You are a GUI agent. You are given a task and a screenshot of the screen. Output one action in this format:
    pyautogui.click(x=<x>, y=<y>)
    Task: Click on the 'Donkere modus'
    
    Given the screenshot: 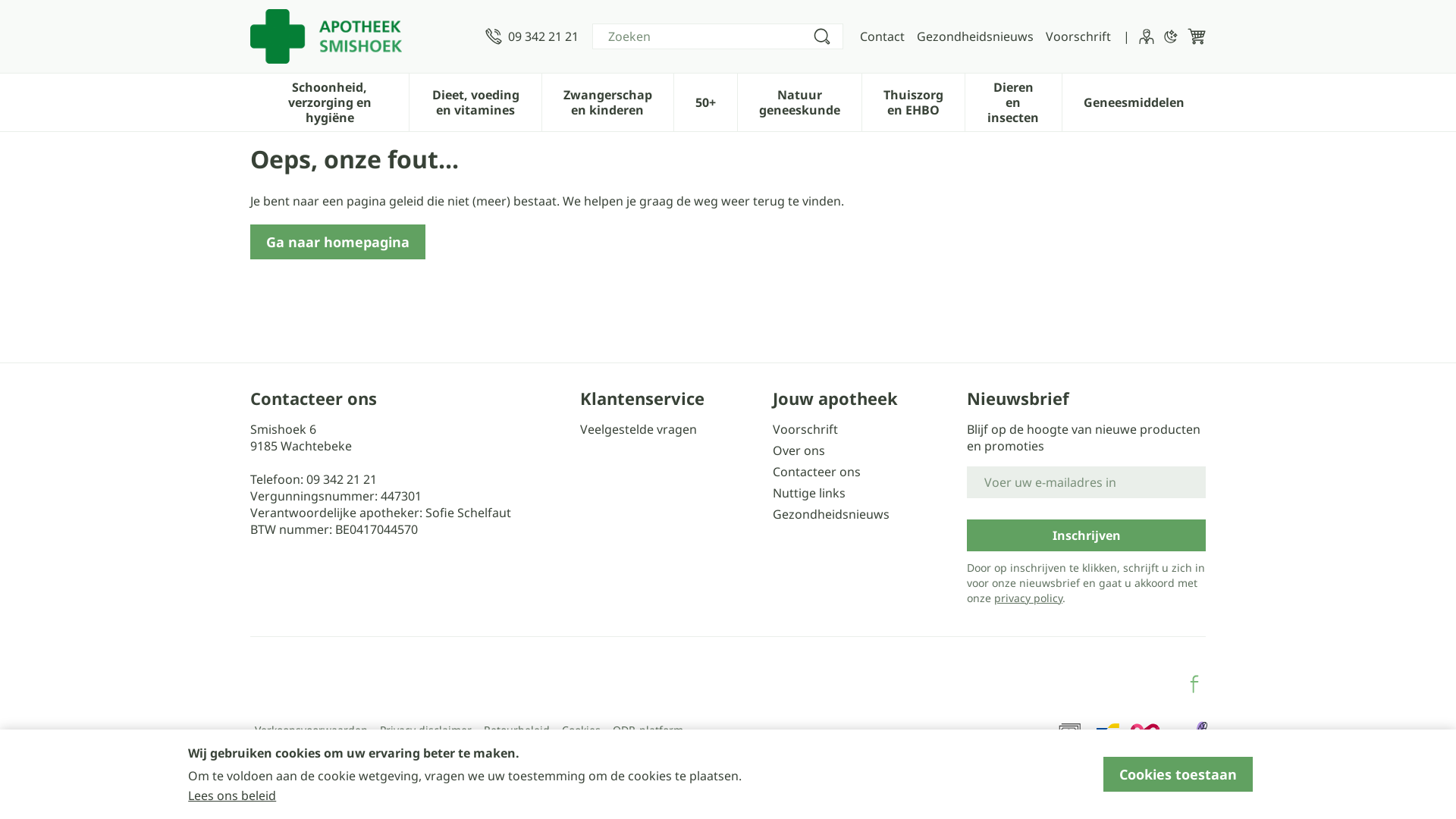 What is the action you would take?
    pyautogui.click(x=1170, y=35)
    